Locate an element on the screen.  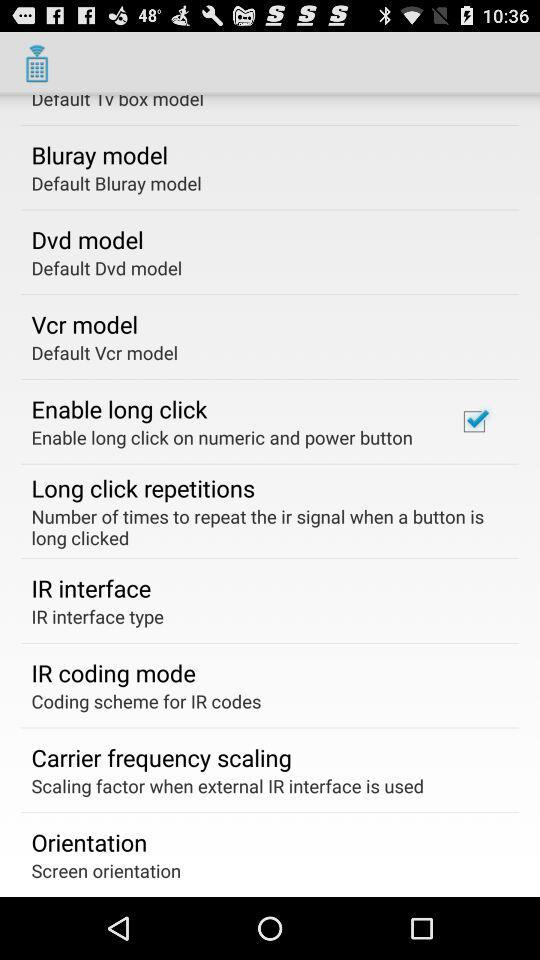
the app at the bottom is located at coordinates (226, 785).